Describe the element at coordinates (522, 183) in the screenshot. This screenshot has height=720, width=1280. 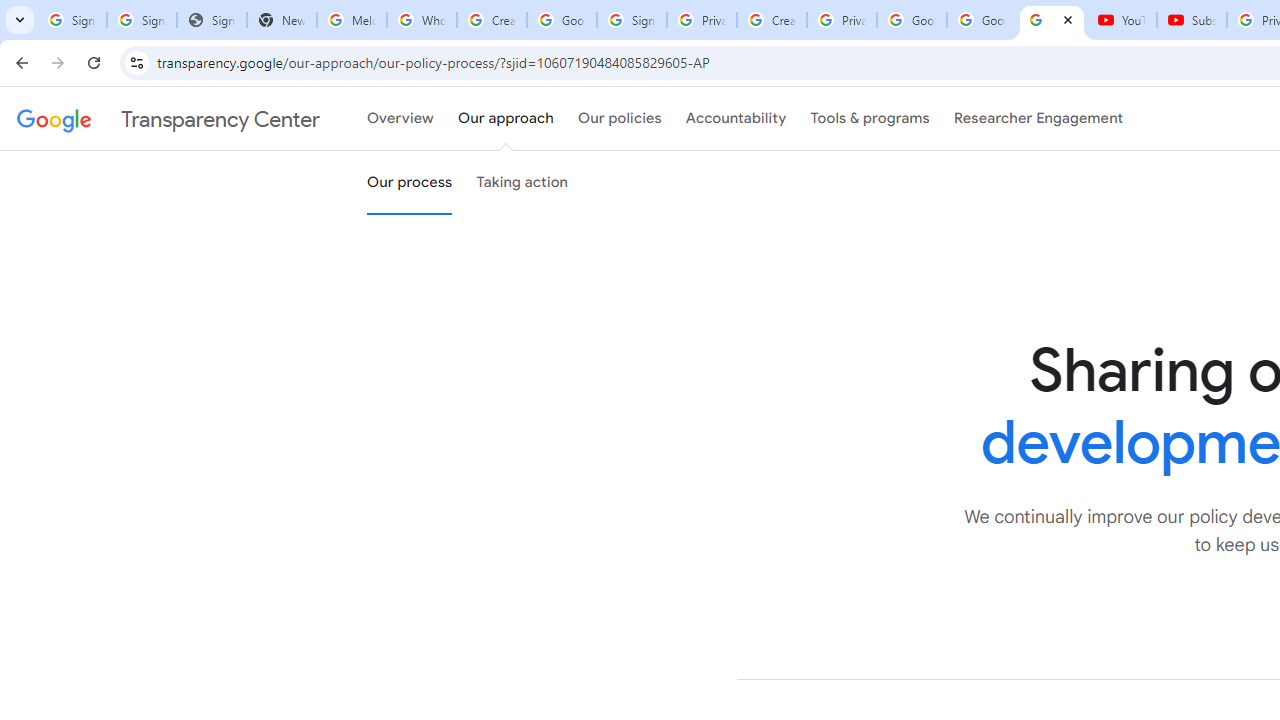
I see `'Taking action'` at that location.